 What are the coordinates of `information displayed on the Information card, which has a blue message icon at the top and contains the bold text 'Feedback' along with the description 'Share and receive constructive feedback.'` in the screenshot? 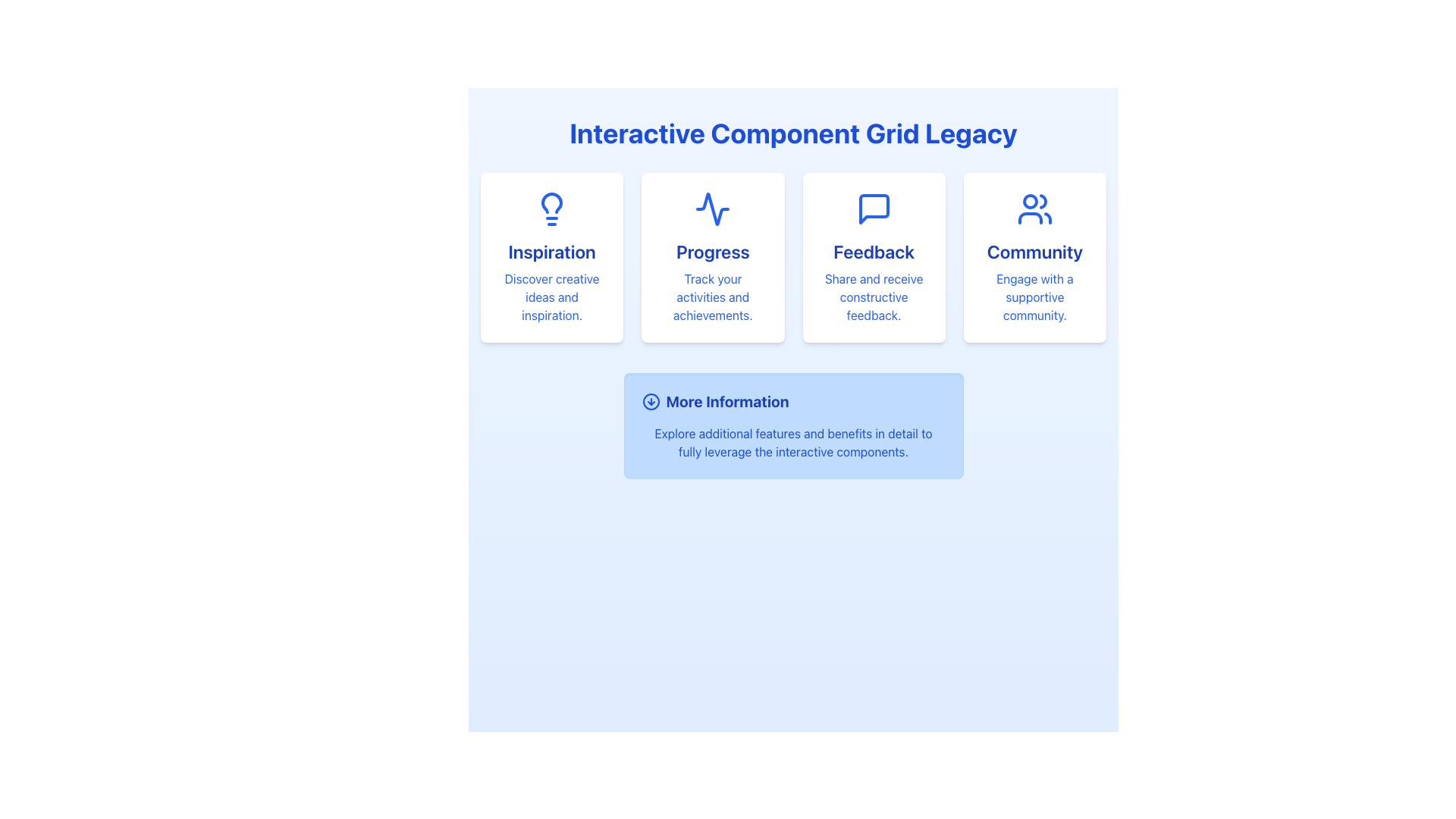 It's located at (874, 256).